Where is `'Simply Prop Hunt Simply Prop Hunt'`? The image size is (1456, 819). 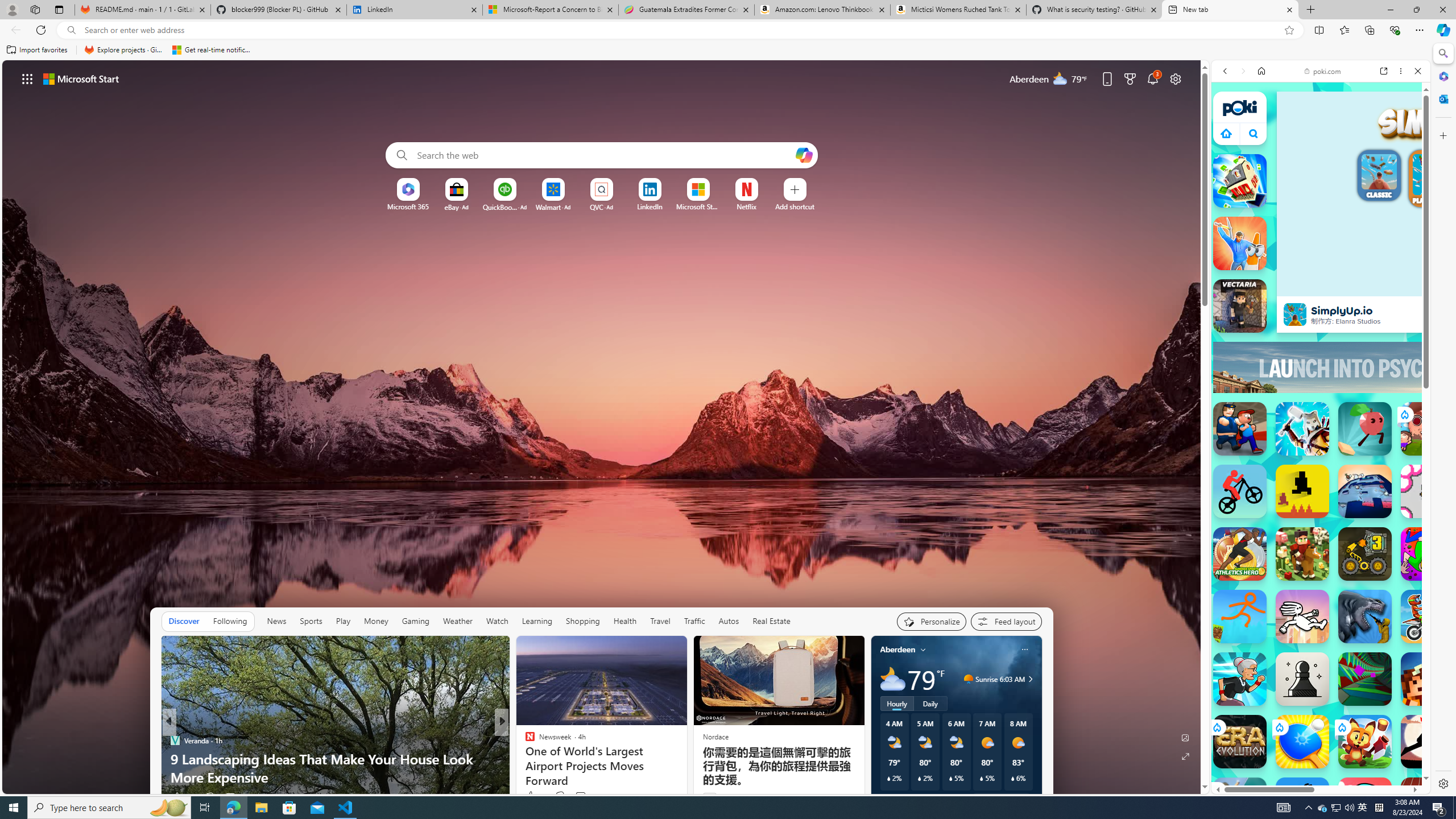 'Simply Prop Hunt Simply Prop Hunt' is located at coordinates (1239, 243).